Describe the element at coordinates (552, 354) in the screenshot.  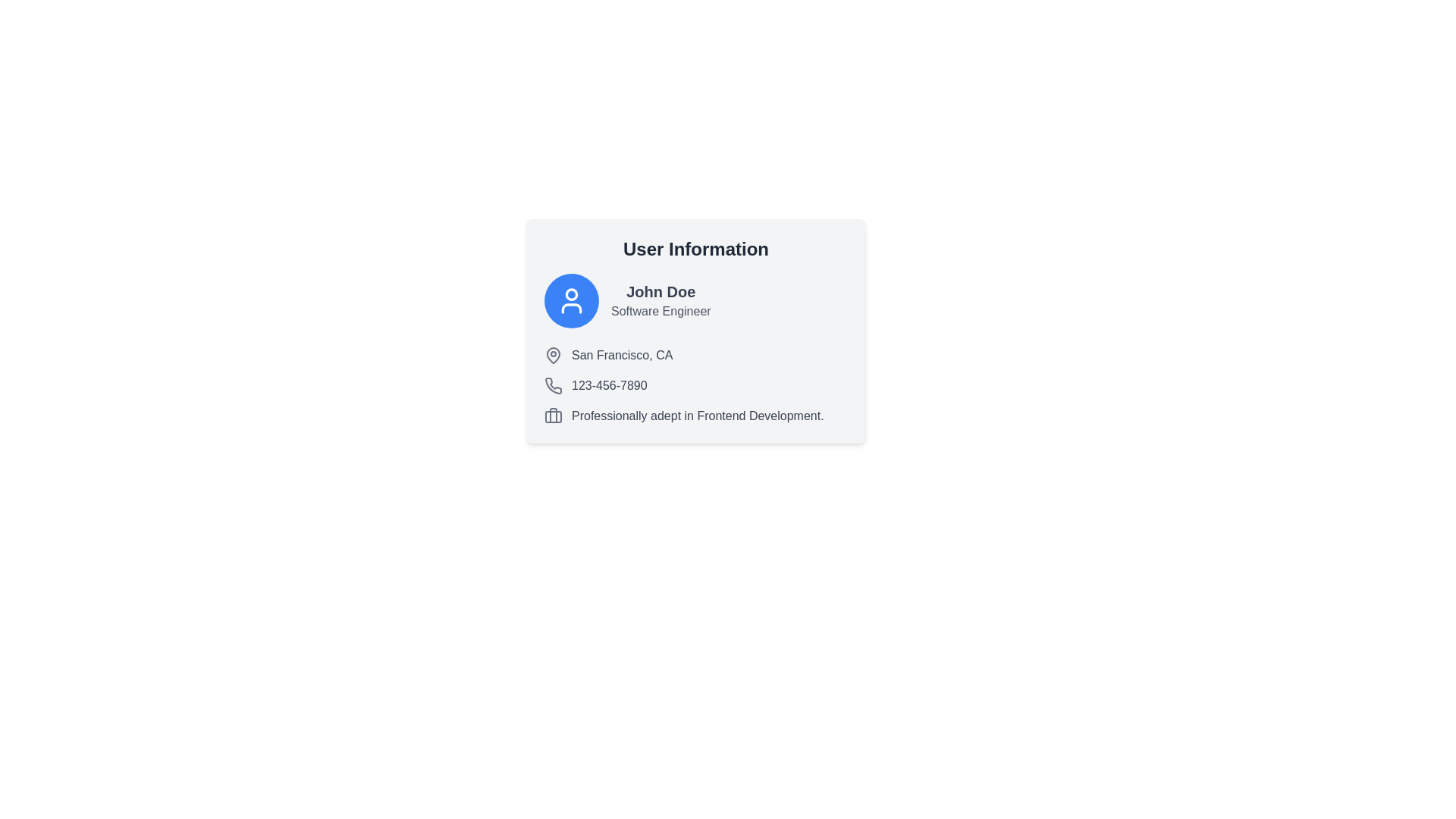
I see `SVG icon representing location information adjacent to 'San Francisco, CA' by clicking on its center point` at that location.